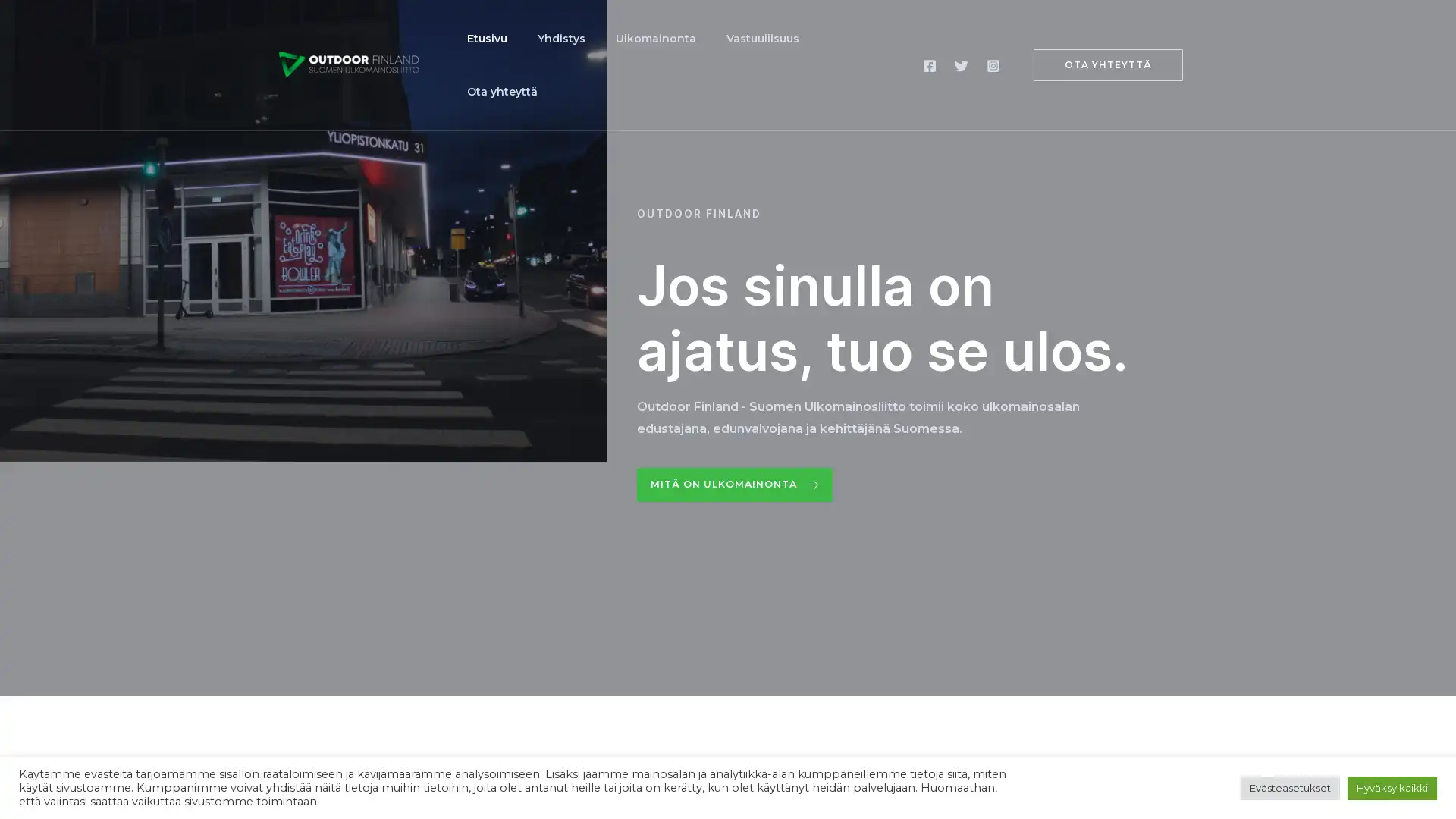  What do you see at coordinates (739, 485) in the screenshot?
I see `Mita on ulkomainonta` at bounding box center [739, 485].